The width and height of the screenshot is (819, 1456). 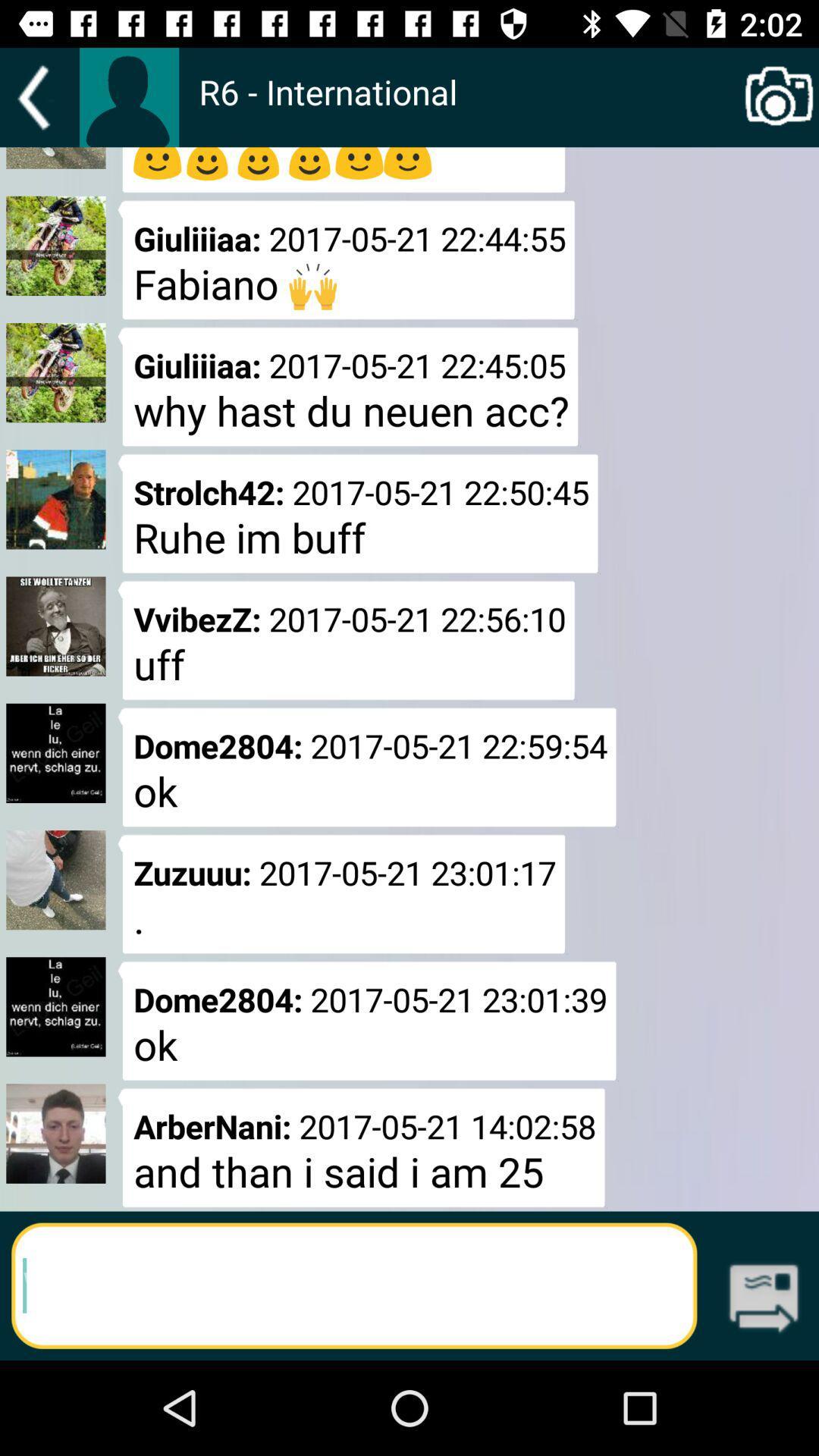 I want to click on the photo icon, so click(x=779, y=97).